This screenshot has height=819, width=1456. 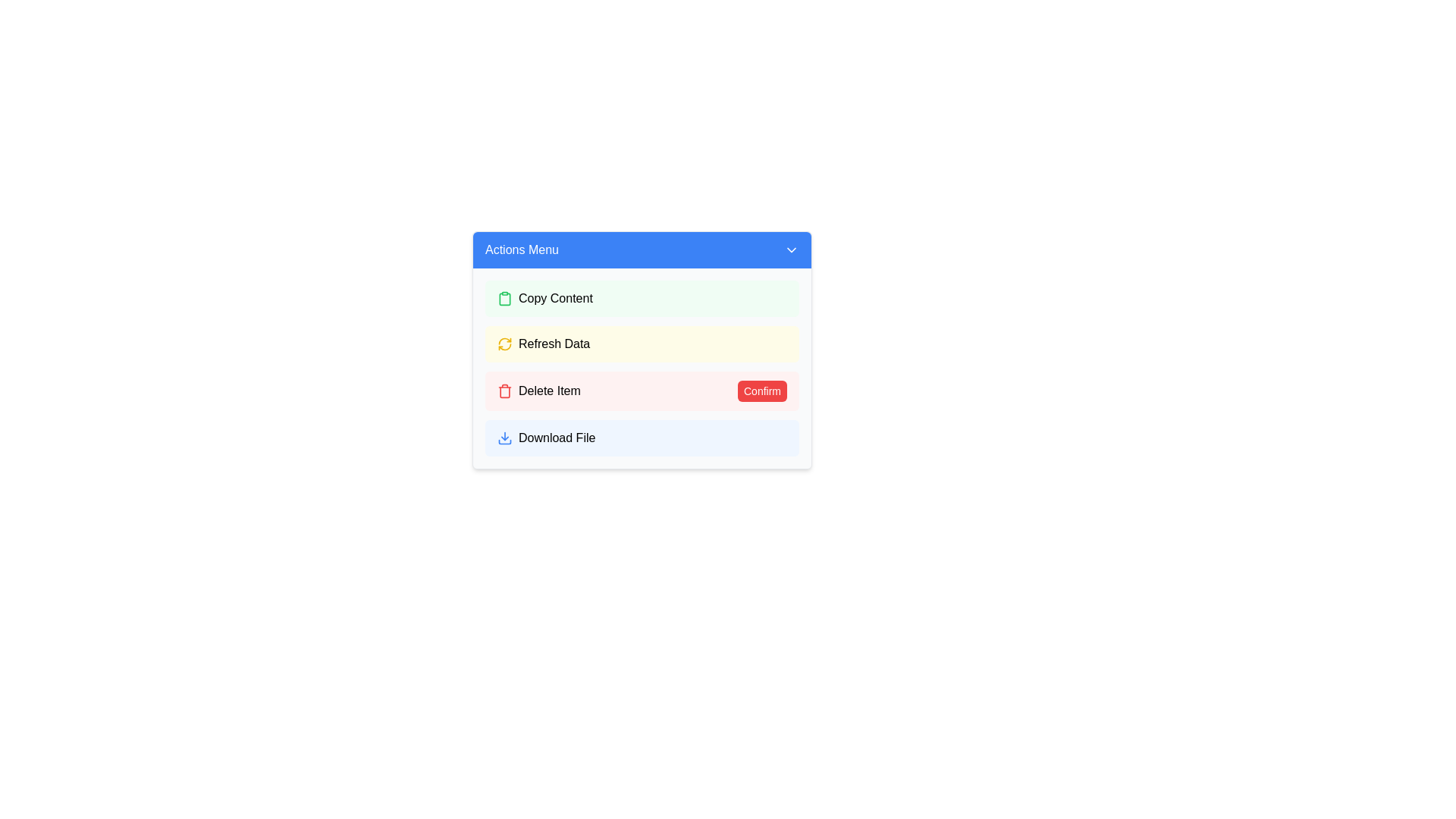 What do you see at coordinates (554, 298) in the screenshot?
I see `the textual label for the copy action located in the 'Actions Menu' section, next to the green clipboard icon` at bounding box center [554, 298].